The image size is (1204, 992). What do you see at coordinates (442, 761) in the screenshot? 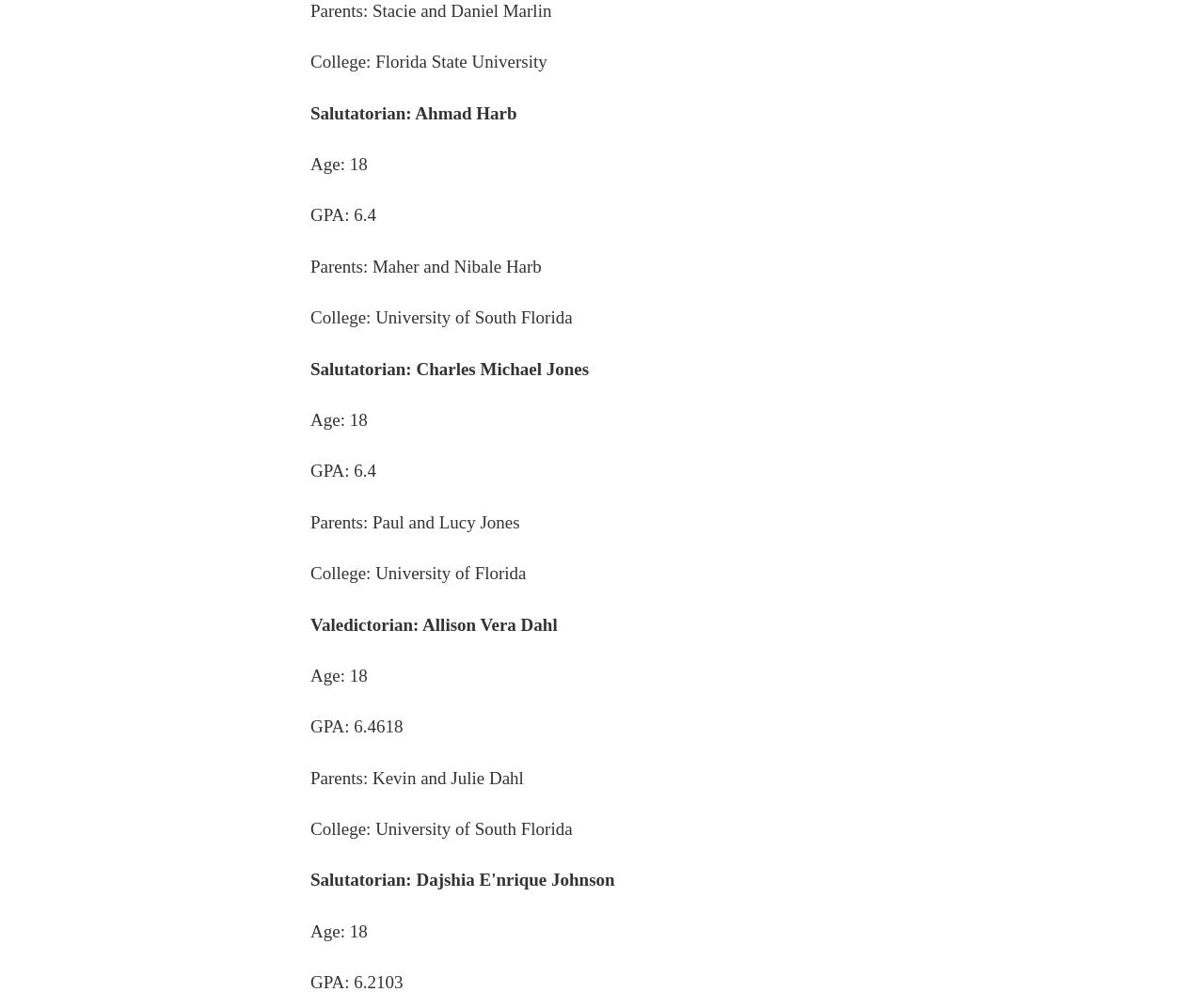
I see `'About us'` at bounding box center [442, 761].